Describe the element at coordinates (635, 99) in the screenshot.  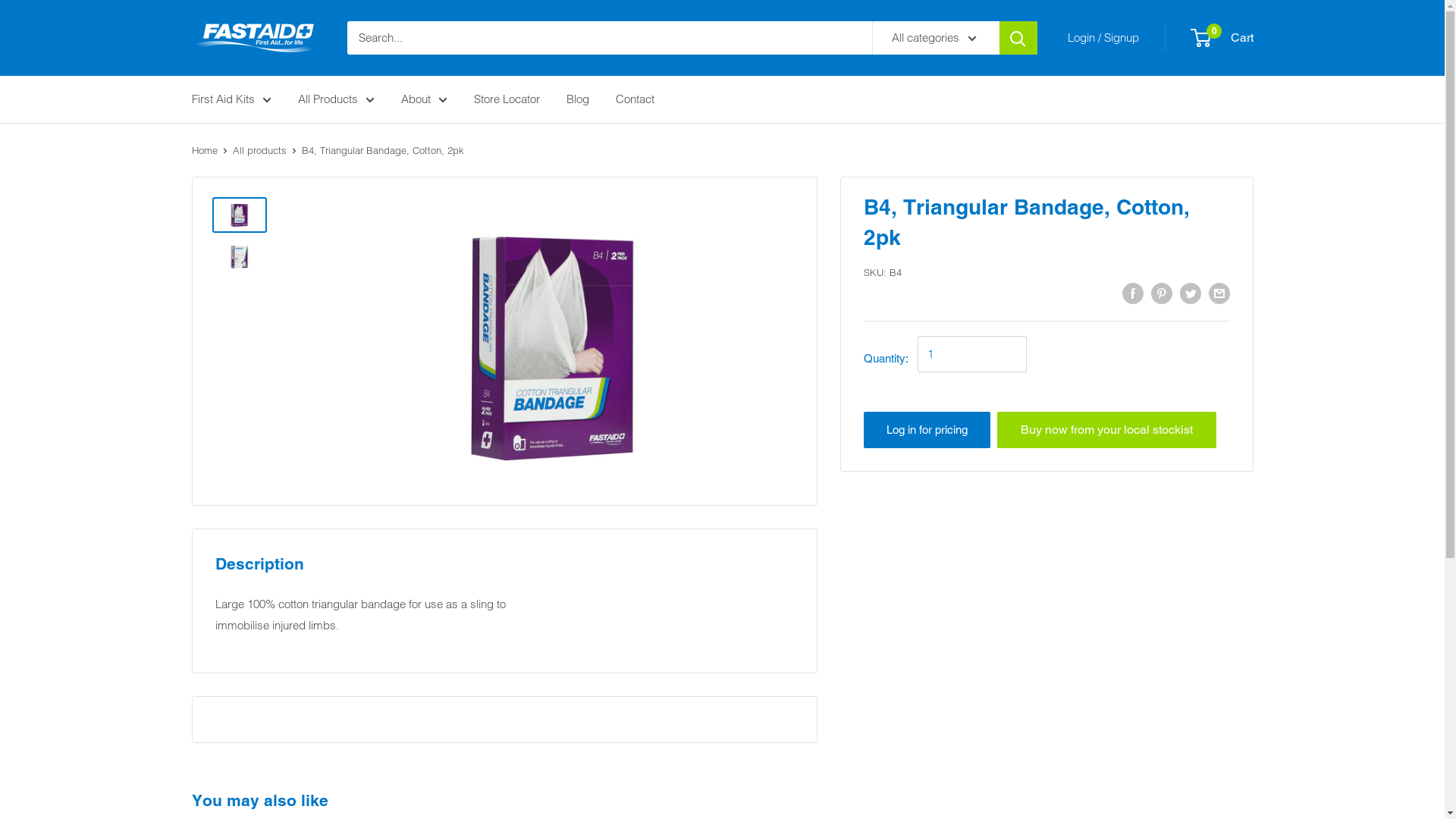
I see `'Contact'` at that location.